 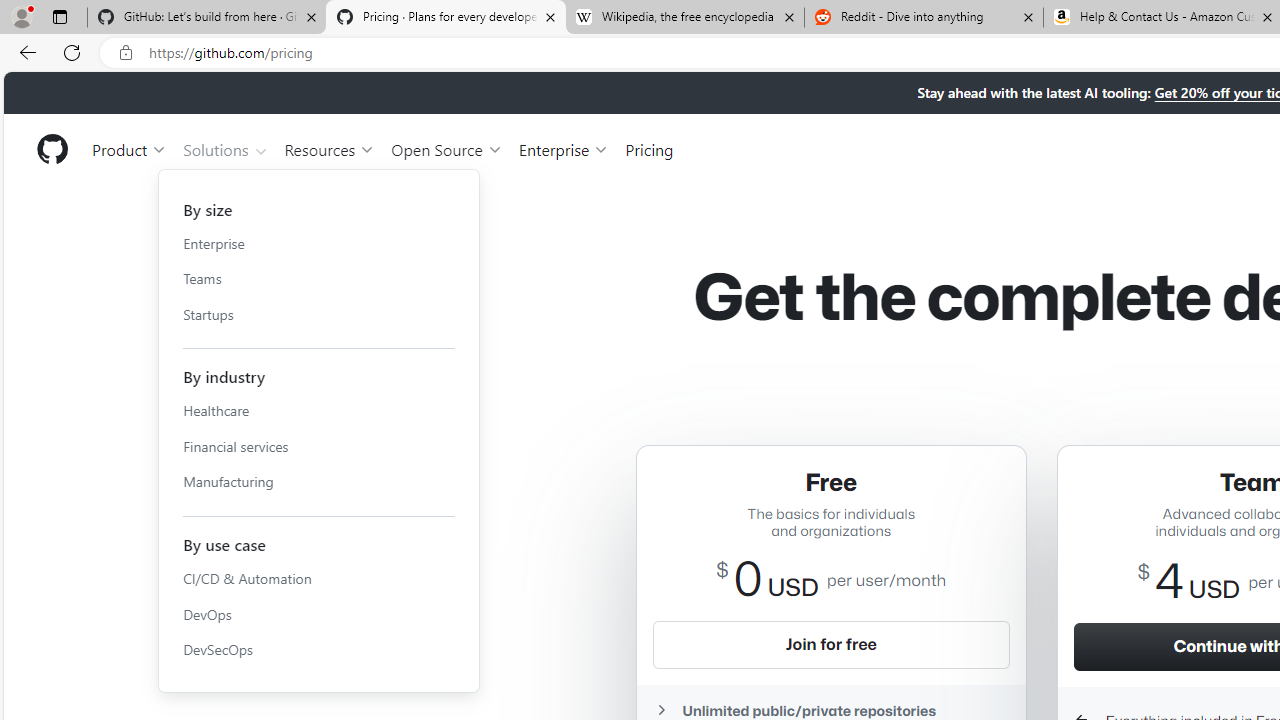 What do you see at coordinates (318, 482) in the screenshot?
I see `'Manufacturing'` at bounding box center [318, 482].